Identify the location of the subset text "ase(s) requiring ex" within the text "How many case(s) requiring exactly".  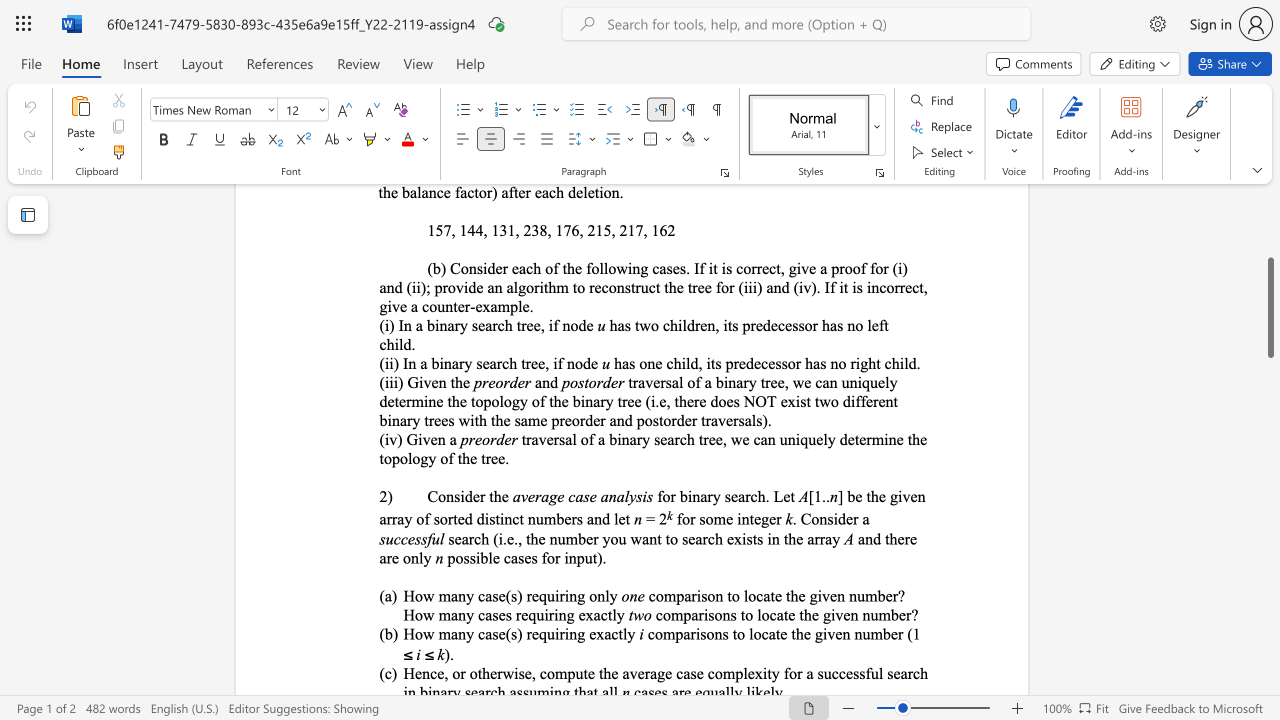
(485, 634).